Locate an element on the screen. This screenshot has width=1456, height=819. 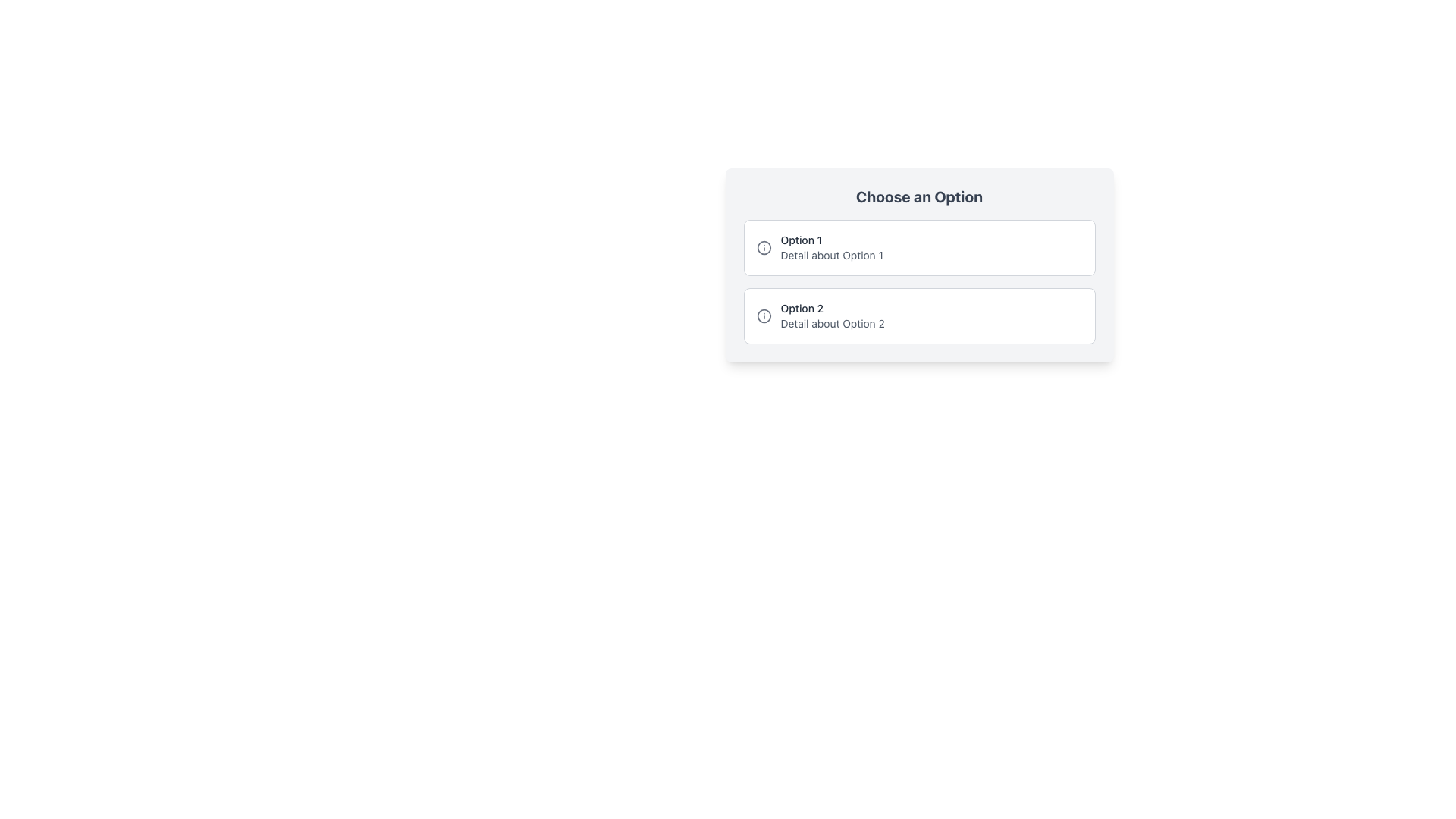
the circular shape within the SVG icon located in the second option labeled 'Choose an Option', which visually emphasizes 'Option 2' is located at coordinates (764, 315).